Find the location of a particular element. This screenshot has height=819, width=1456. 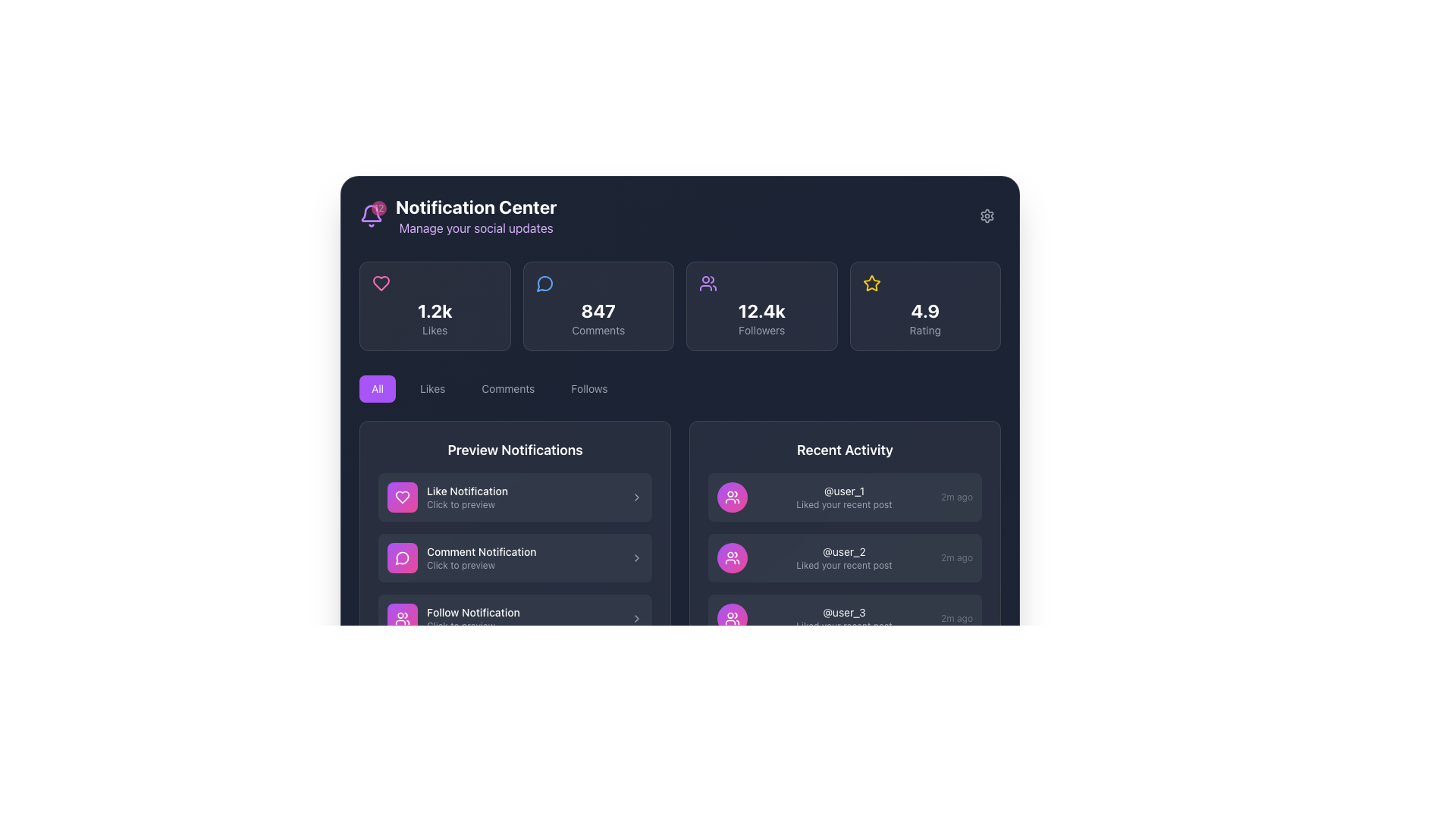

the informational card displaying a rating value of 4.9 with the 'Rating' label and star icon, located as the fourth statistic box in a row of four is located at coordinates (924, 306).